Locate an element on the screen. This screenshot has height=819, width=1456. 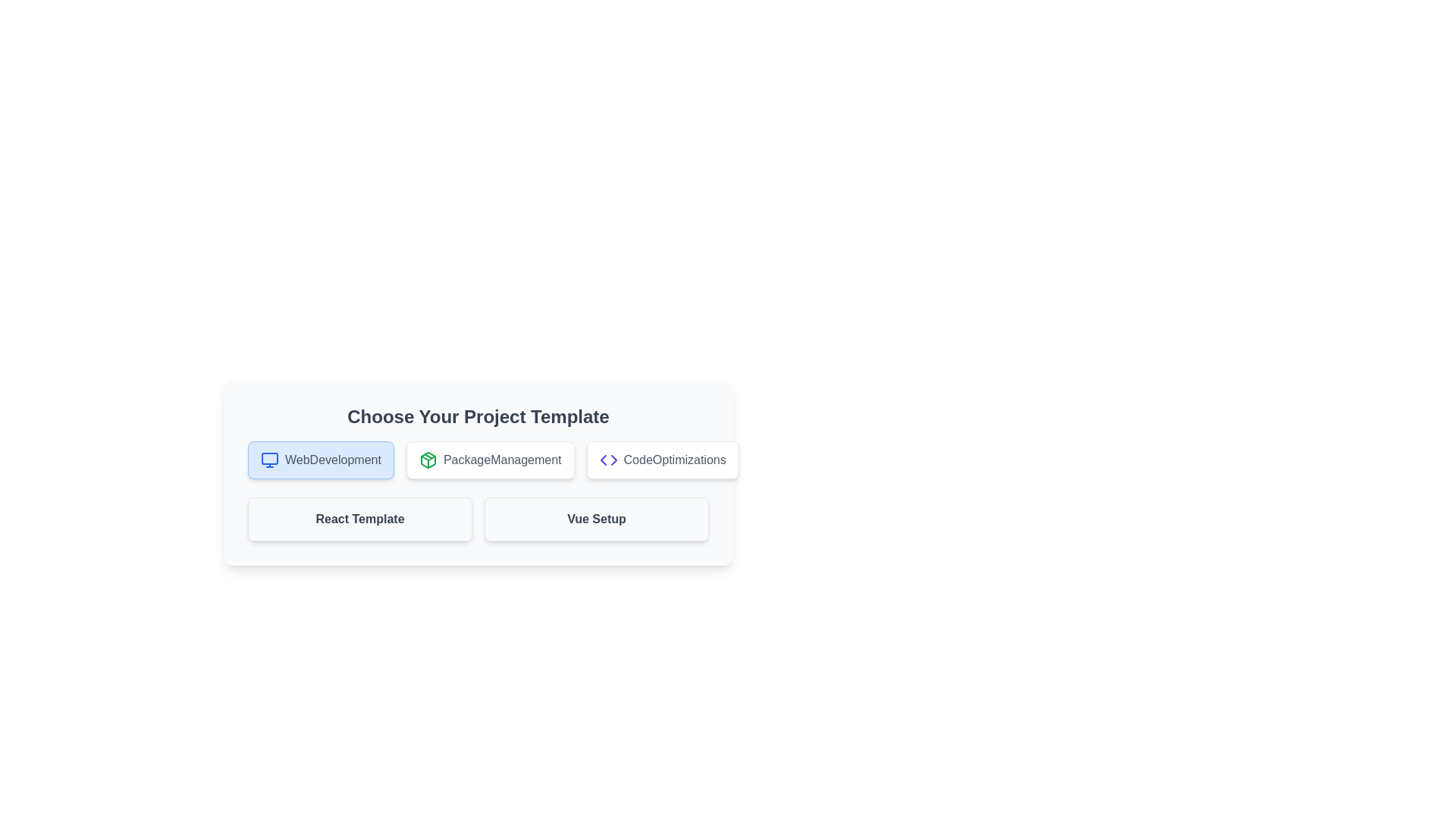
the 'Vue Setup' button is located at coordinates (596, 519).